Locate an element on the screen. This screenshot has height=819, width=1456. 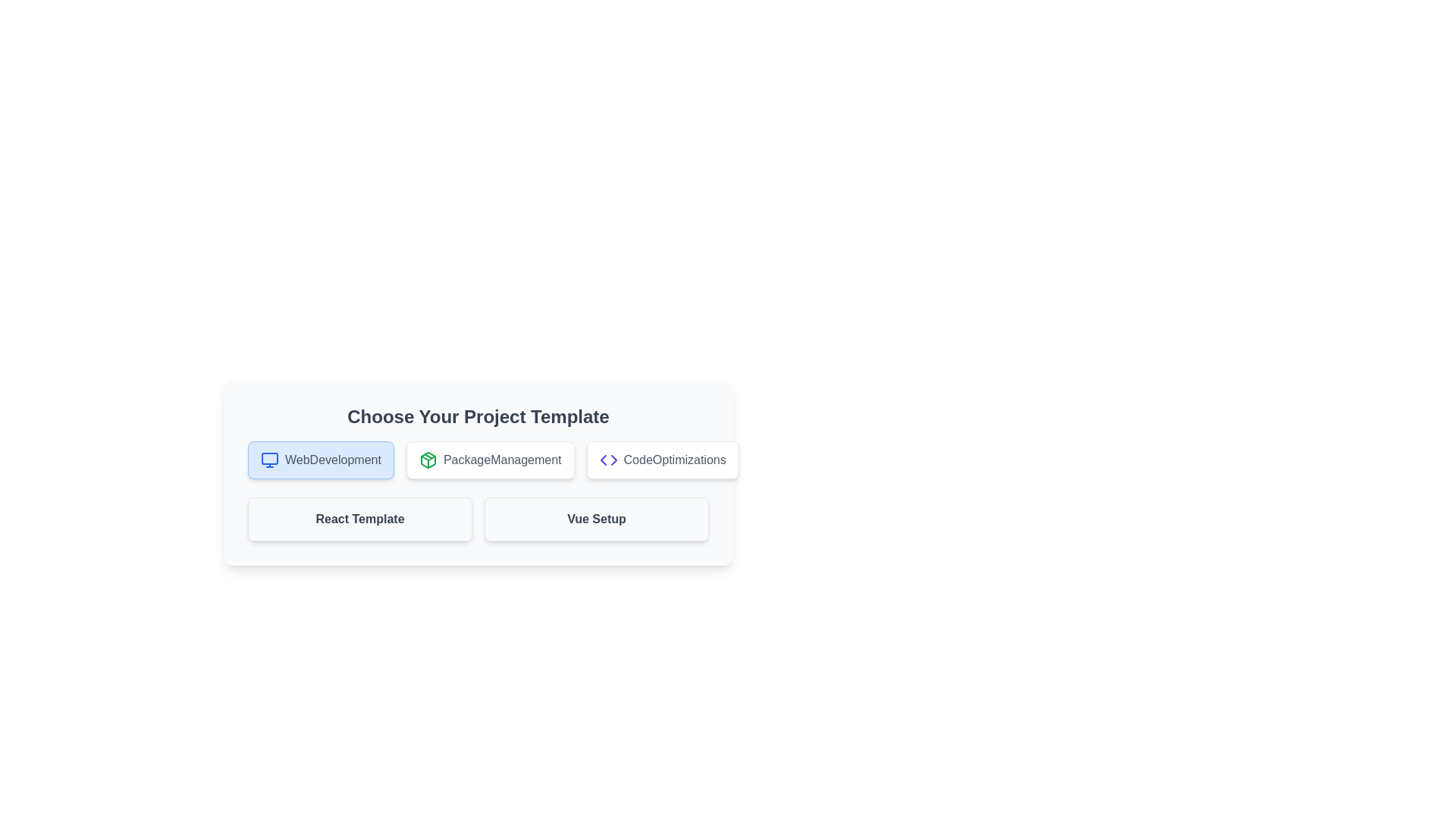
the 'Vue Setup' button is located at coordinates (596, 519).